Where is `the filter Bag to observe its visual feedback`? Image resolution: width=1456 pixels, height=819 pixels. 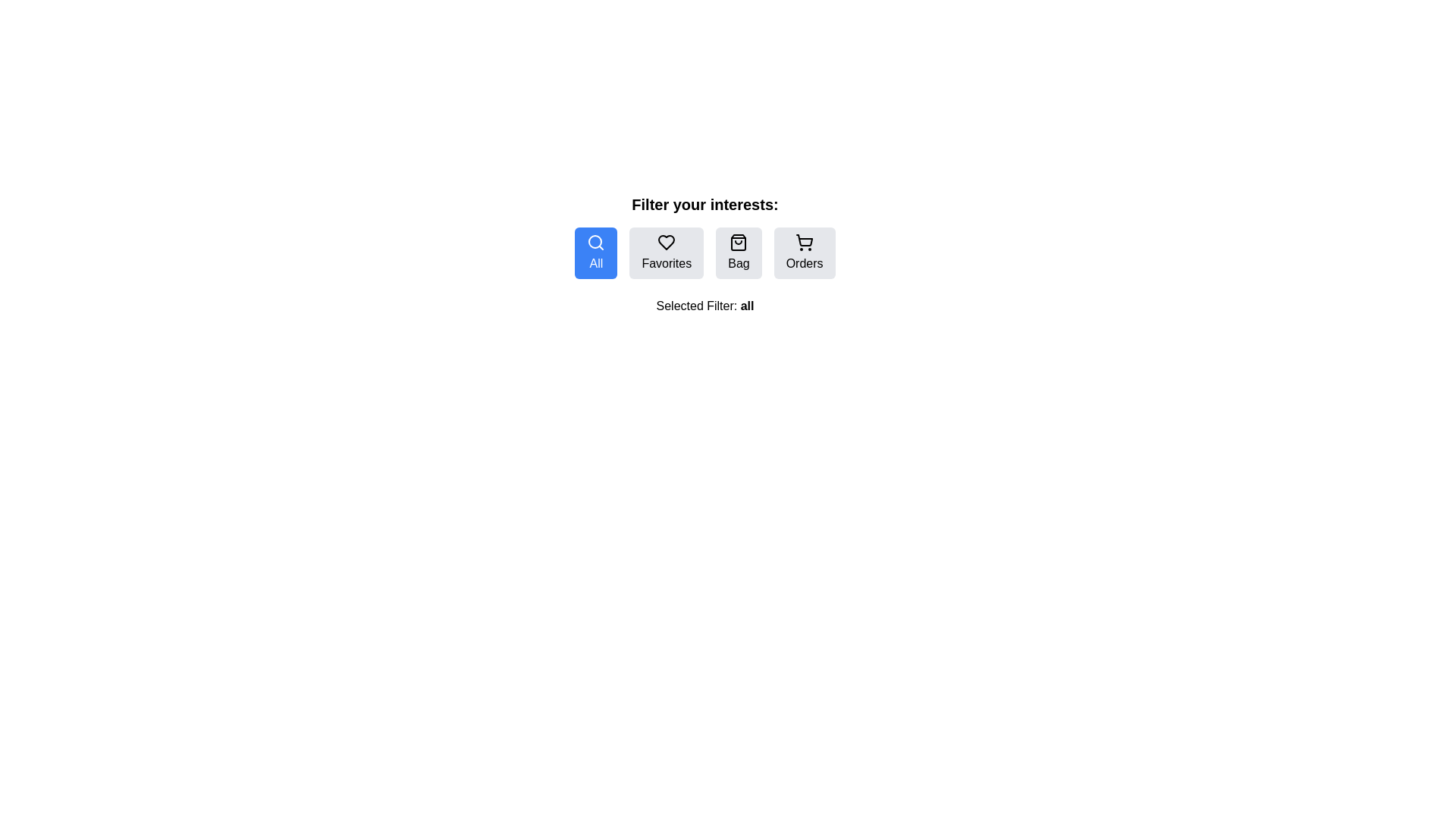
the filter Bag to observe its visual feedback is located at coordinates (739, 253).